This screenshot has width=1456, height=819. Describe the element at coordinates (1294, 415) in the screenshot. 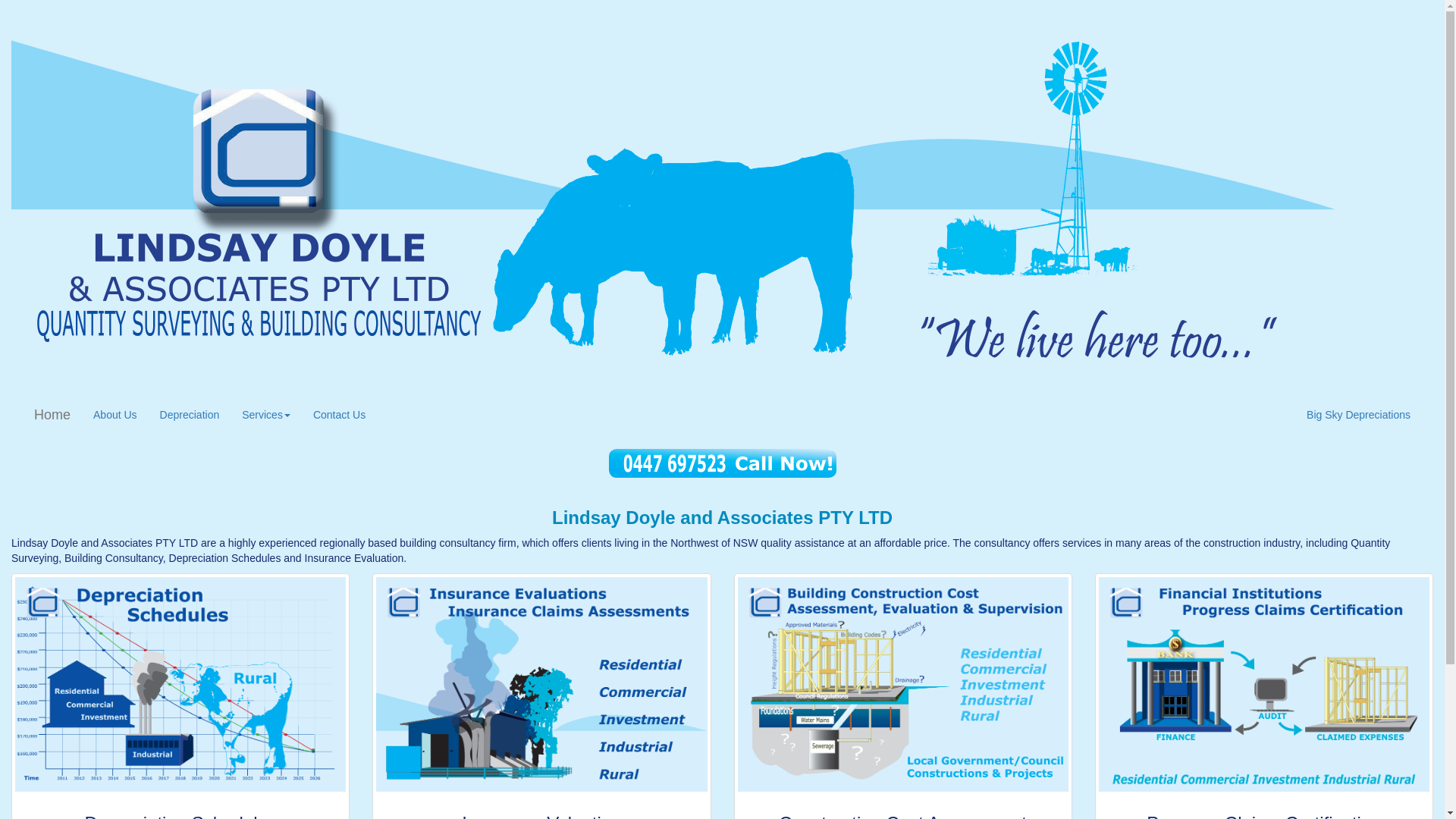

I see `'Big Sky Depreciations'` at that location.